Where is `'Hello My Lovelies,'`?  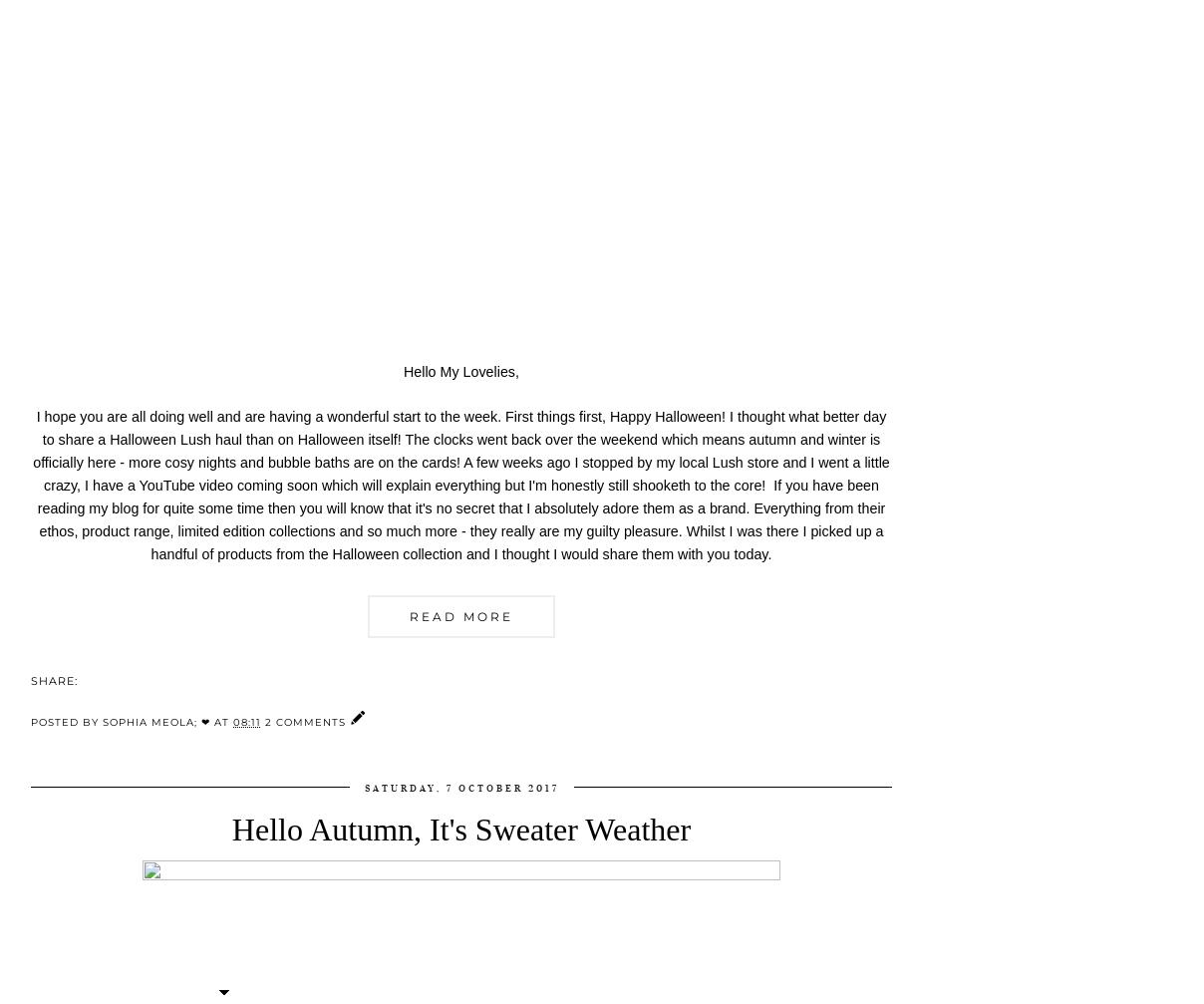 'Hello My Lovelies,' is located at coordinates (460, 370).